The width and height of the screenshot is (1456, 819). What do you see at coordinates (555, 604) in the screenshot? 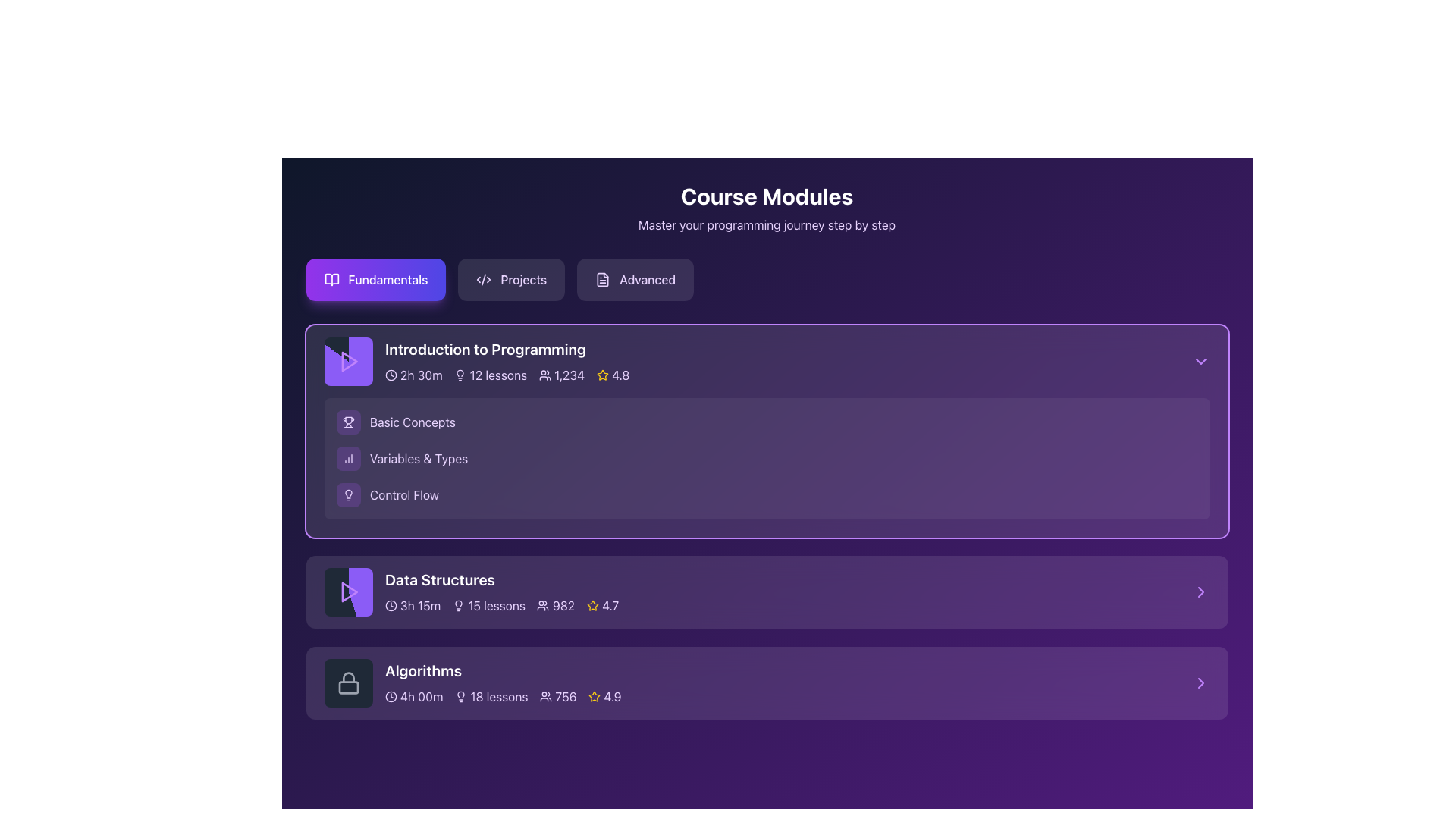
I see `number of participants or enrollments for the 'Data Structures' course section, which is represented by the Text with icon located to the right within the second section titled 'Data Structures.'` at bounding box center [555, 604].